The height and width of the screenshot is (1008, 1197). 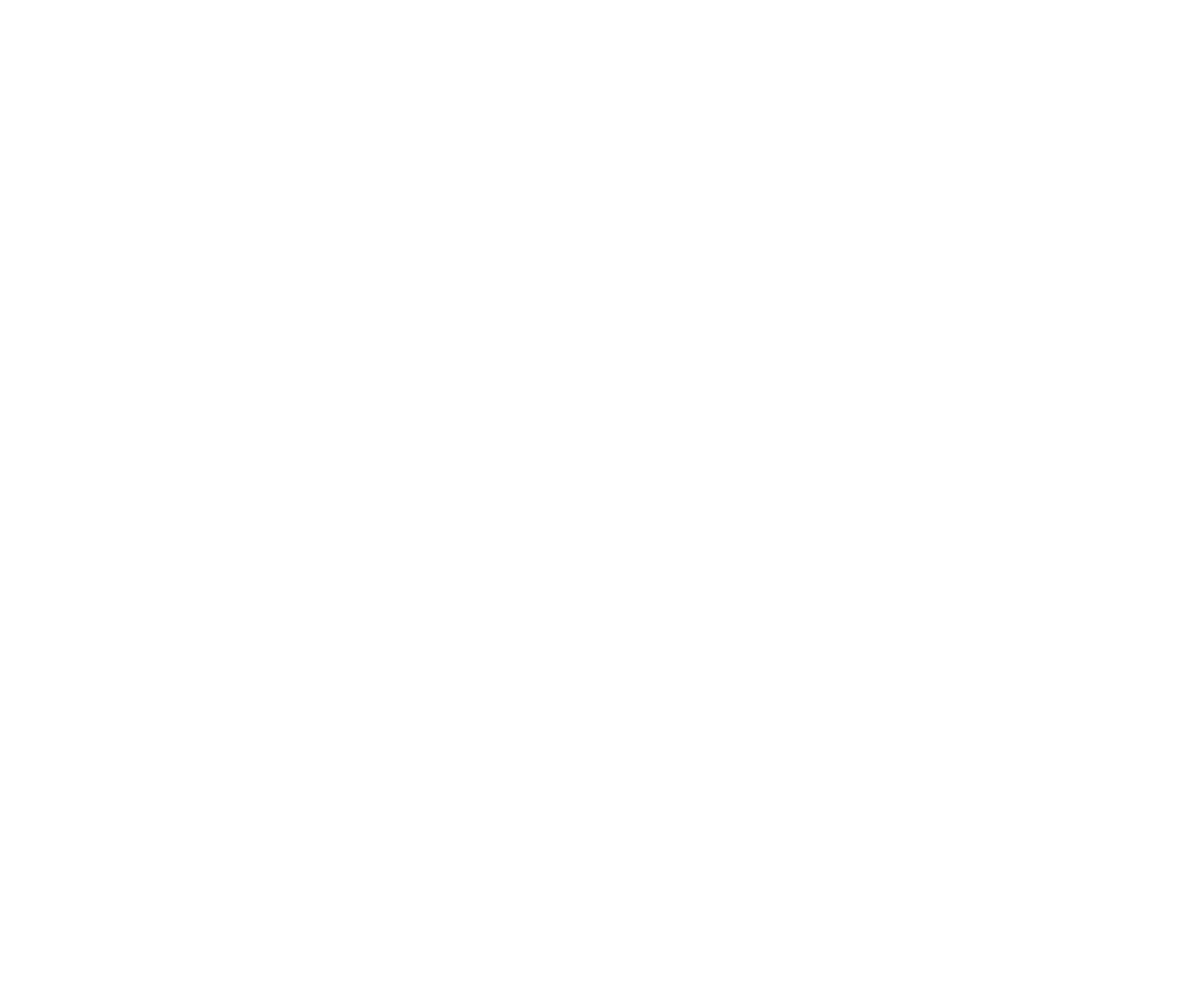 What do you see at coordinates (192, 799) in the screenshot?
I see `'Who We Are'` at bounding box center [192, 799].